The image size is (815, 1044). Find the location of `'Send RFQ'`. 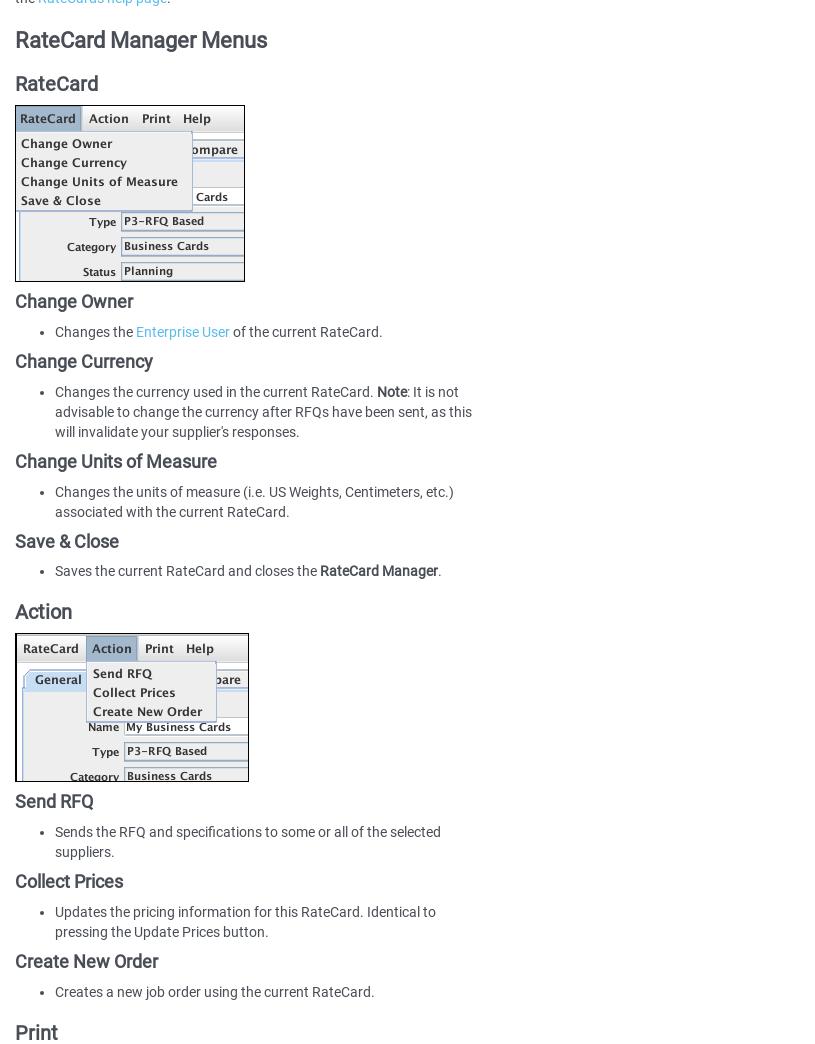

'Send RFQ' is located at coordinates (53, 800).